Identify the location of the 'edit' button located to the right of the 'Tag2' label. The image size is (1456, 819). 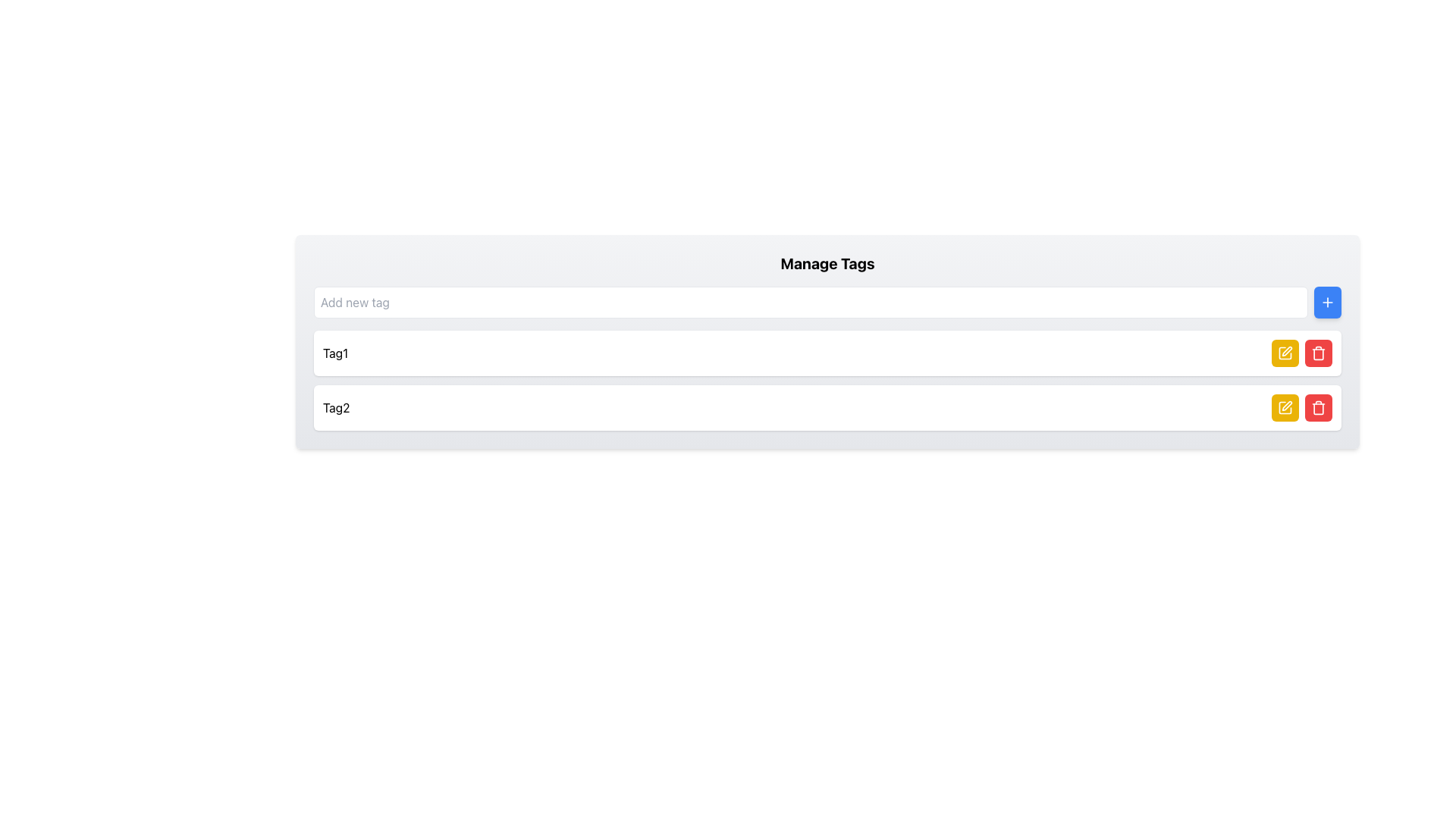
(1284, 406).